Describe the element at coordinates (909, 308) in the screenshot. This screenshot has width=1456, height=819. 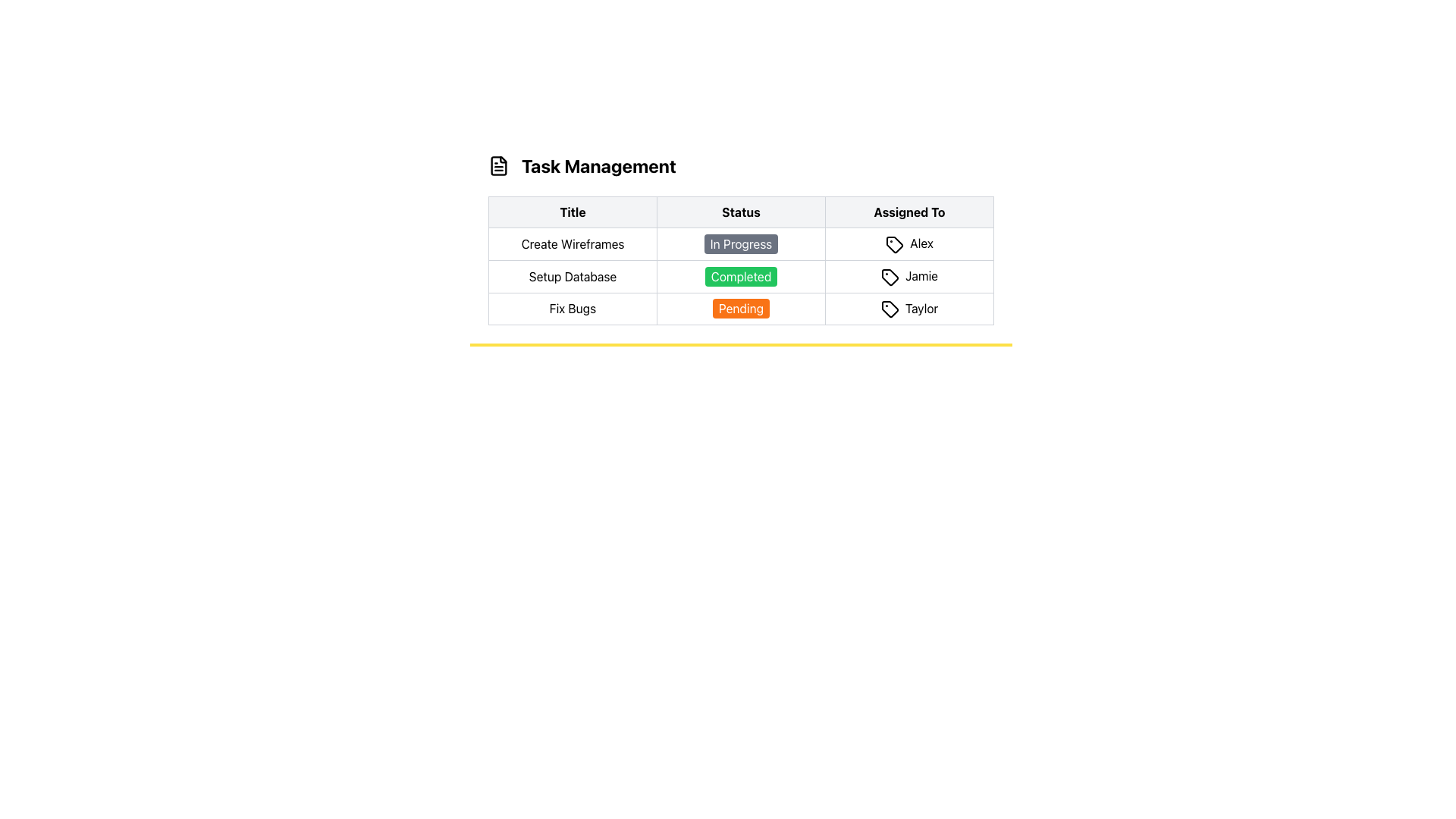
I see `the text label displaying the name 'Taylor', which indicates the individual assigned to the corresponding task in the last row of the 'Assigned To' column in the 'Task Management' table` at that location.